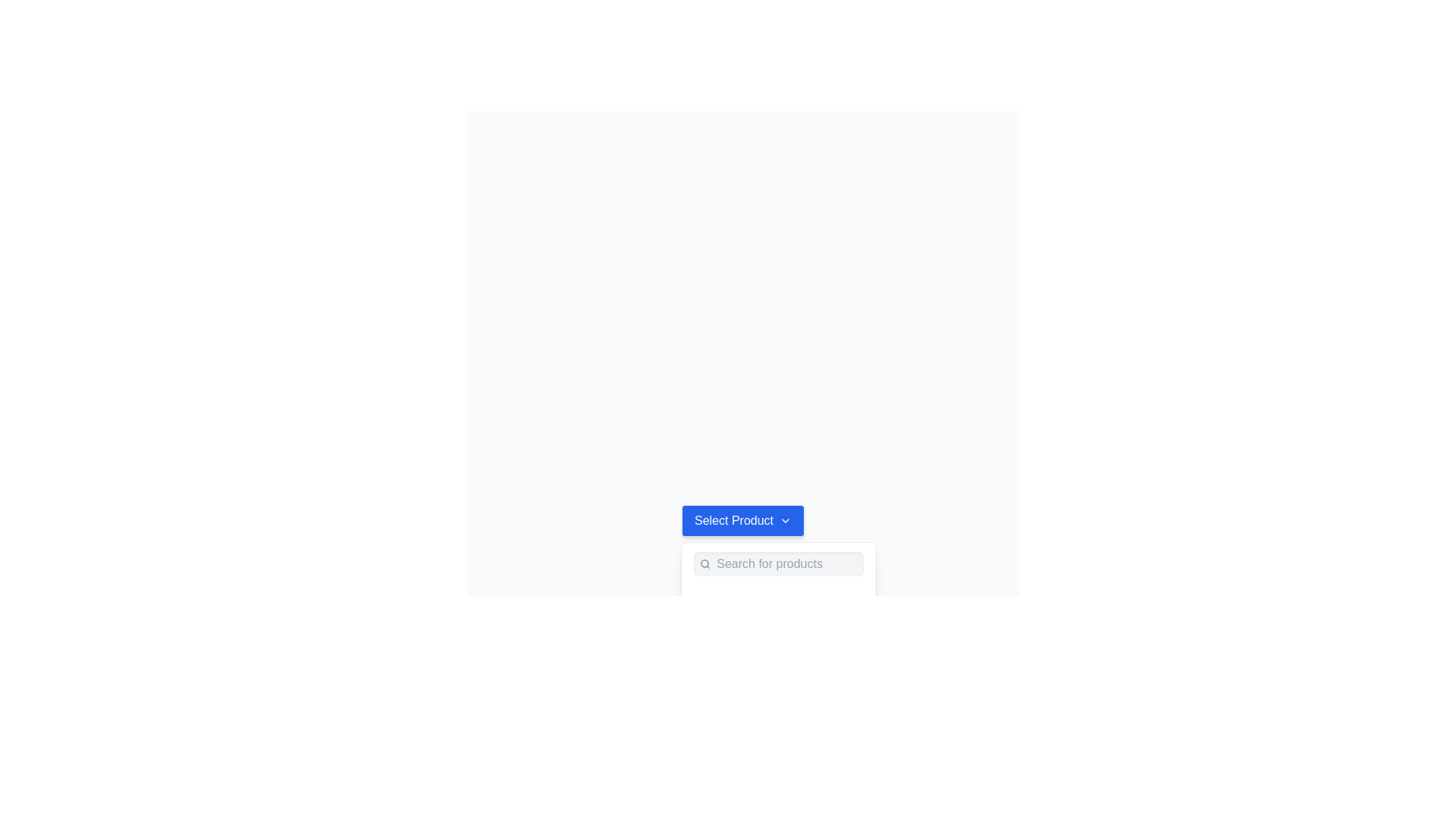  I want to click on the search input field located below the 'Select Product' button to focus on it for typing queries, so click(779, 564).